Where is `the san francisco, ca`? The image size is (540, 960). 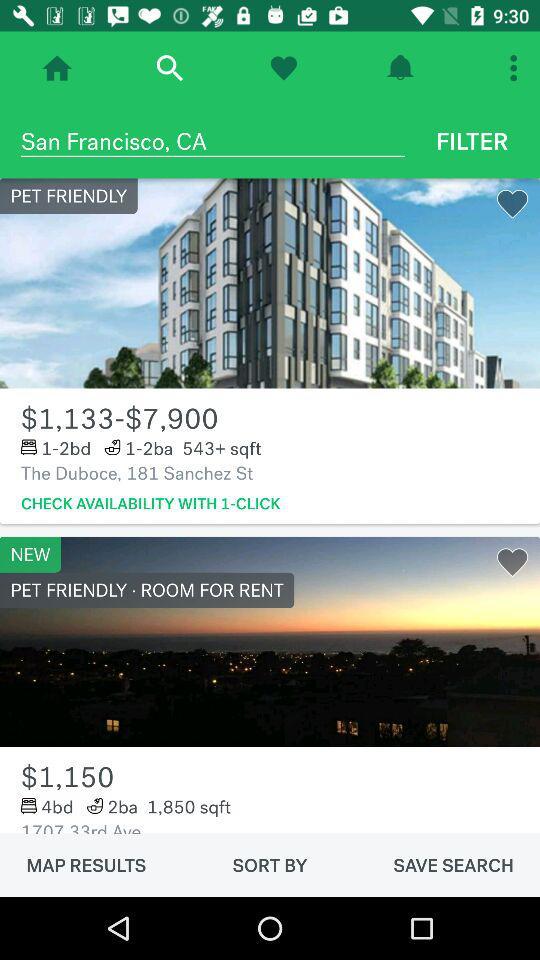
the san francisco, ca is located at coordinates (211, 140).